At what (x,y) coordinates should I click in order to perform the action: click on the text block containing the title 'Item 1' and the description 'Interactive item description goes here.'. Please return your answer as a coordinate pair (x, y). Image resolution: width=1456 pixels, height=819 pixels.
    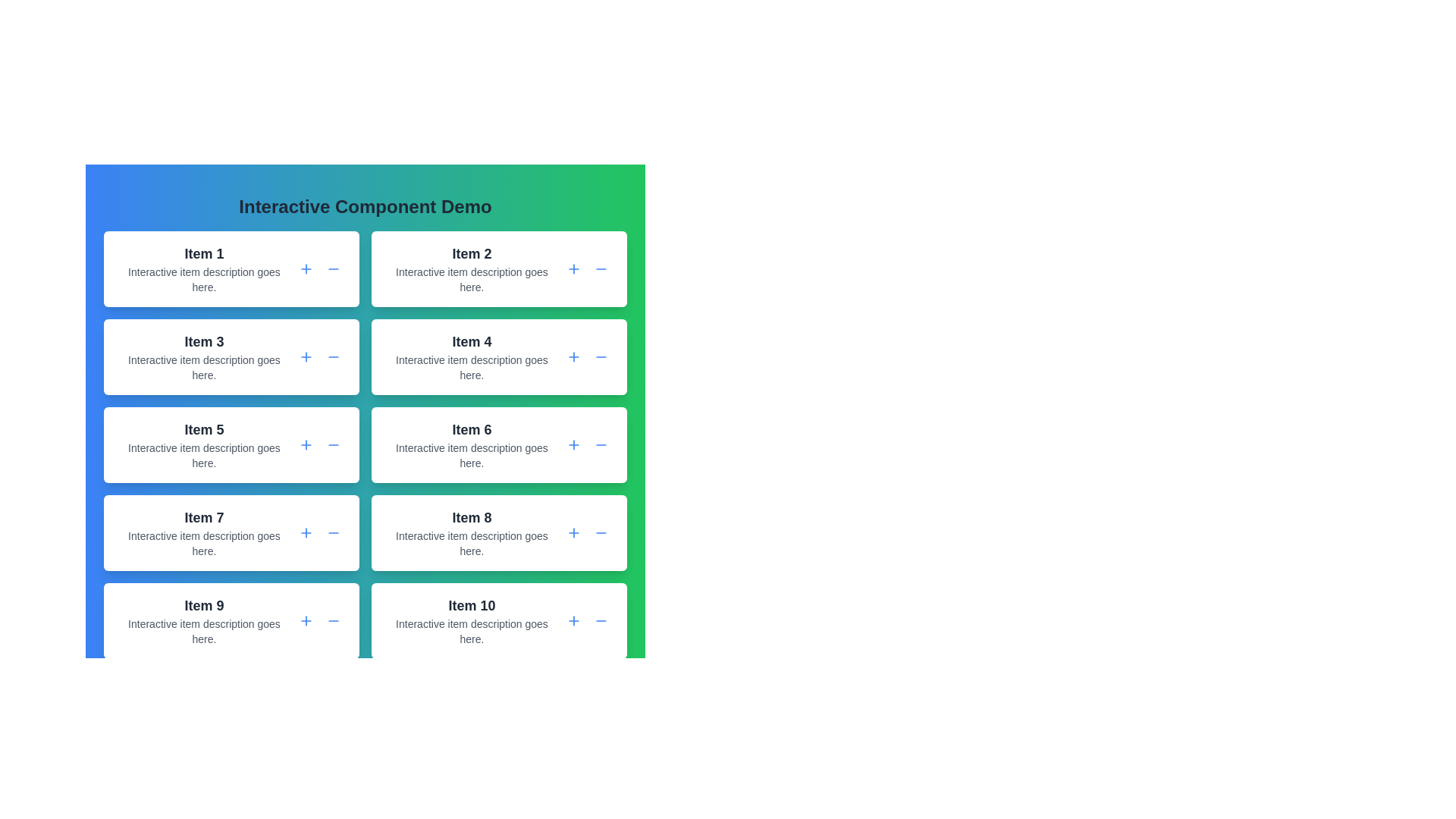
    Looking at the image, I should click on (203, 268).